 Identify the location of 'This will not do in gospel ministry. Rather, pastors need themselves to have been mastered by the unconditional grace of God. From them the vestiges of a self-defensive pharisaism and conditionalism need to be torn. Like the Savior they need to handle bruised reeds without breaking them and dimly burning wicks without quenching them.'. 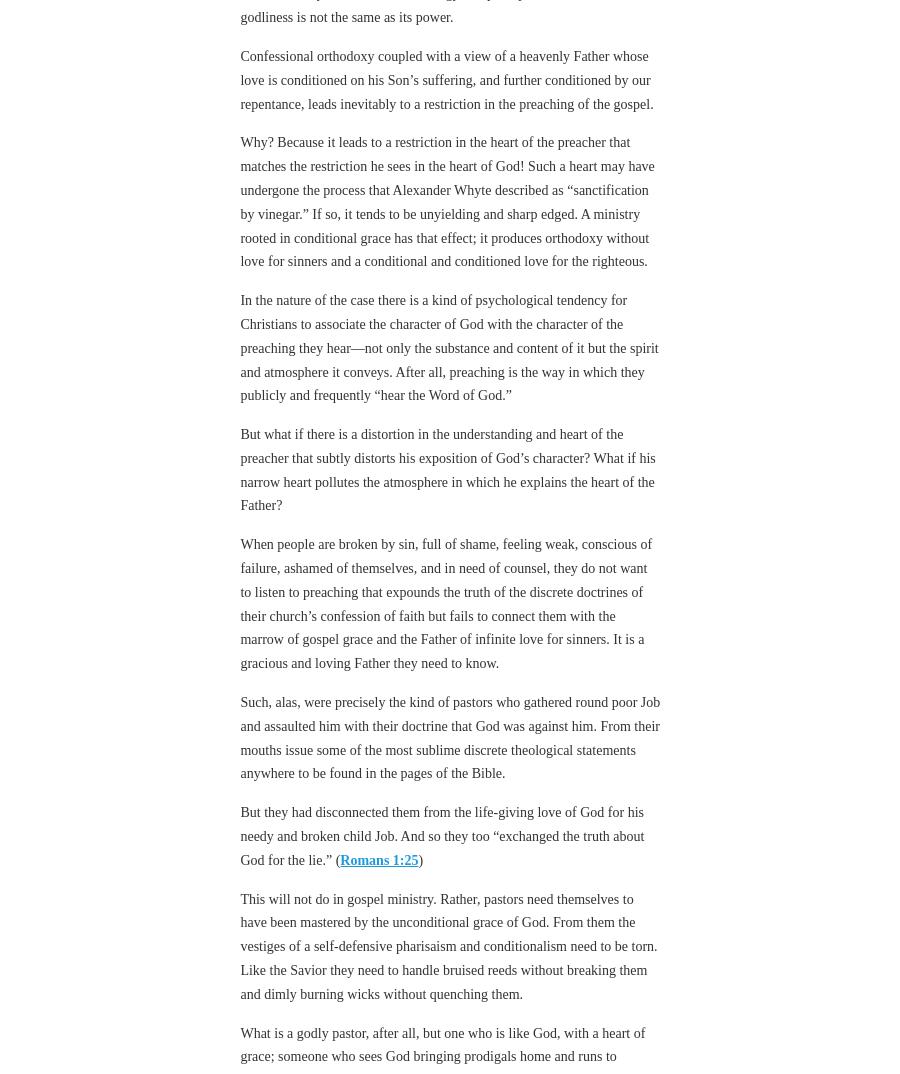
(448, 889).